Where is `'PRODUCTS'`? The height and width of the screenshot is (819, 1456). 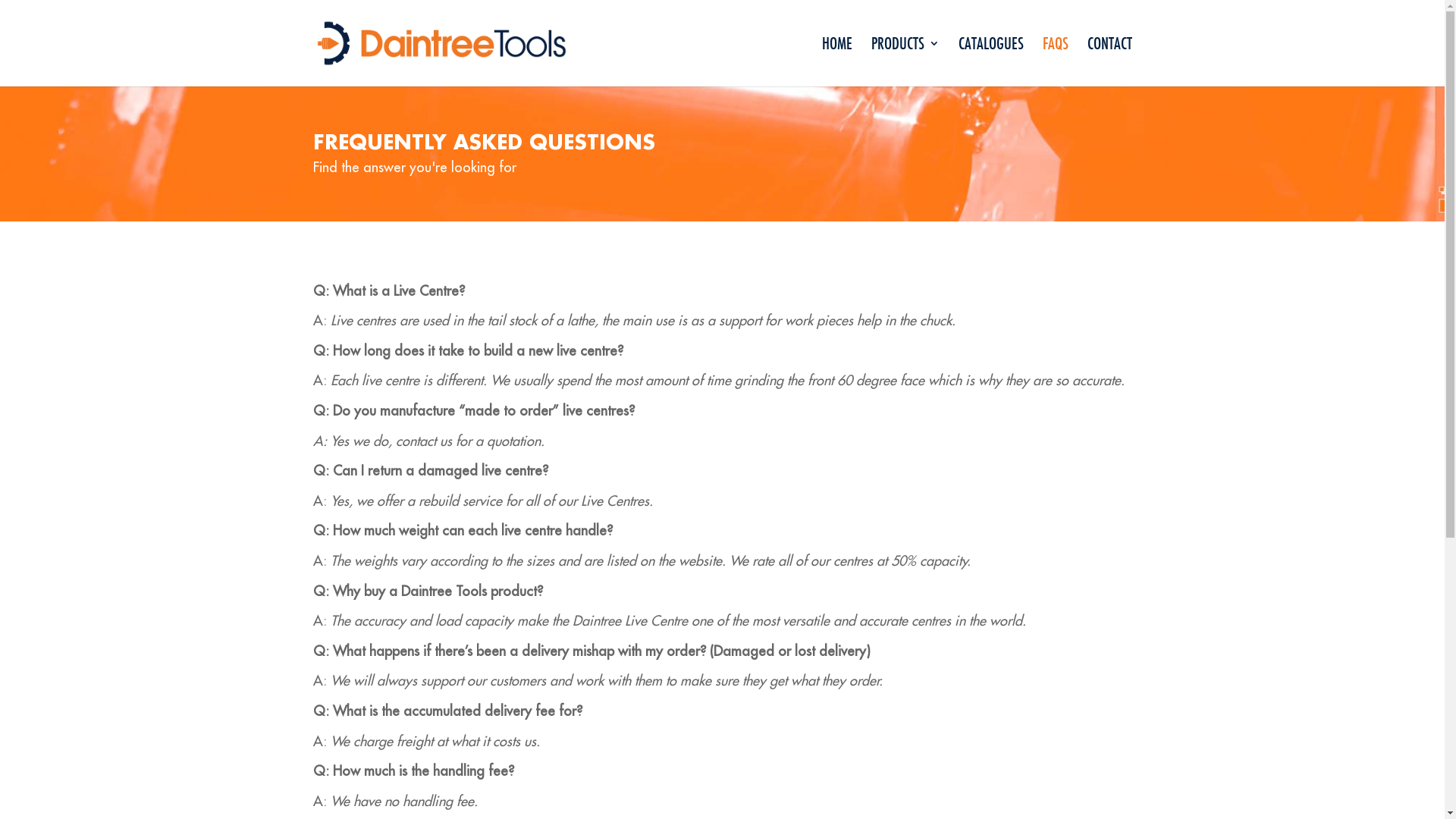
'PRODUCTS' is located at coordinates (905, 61).